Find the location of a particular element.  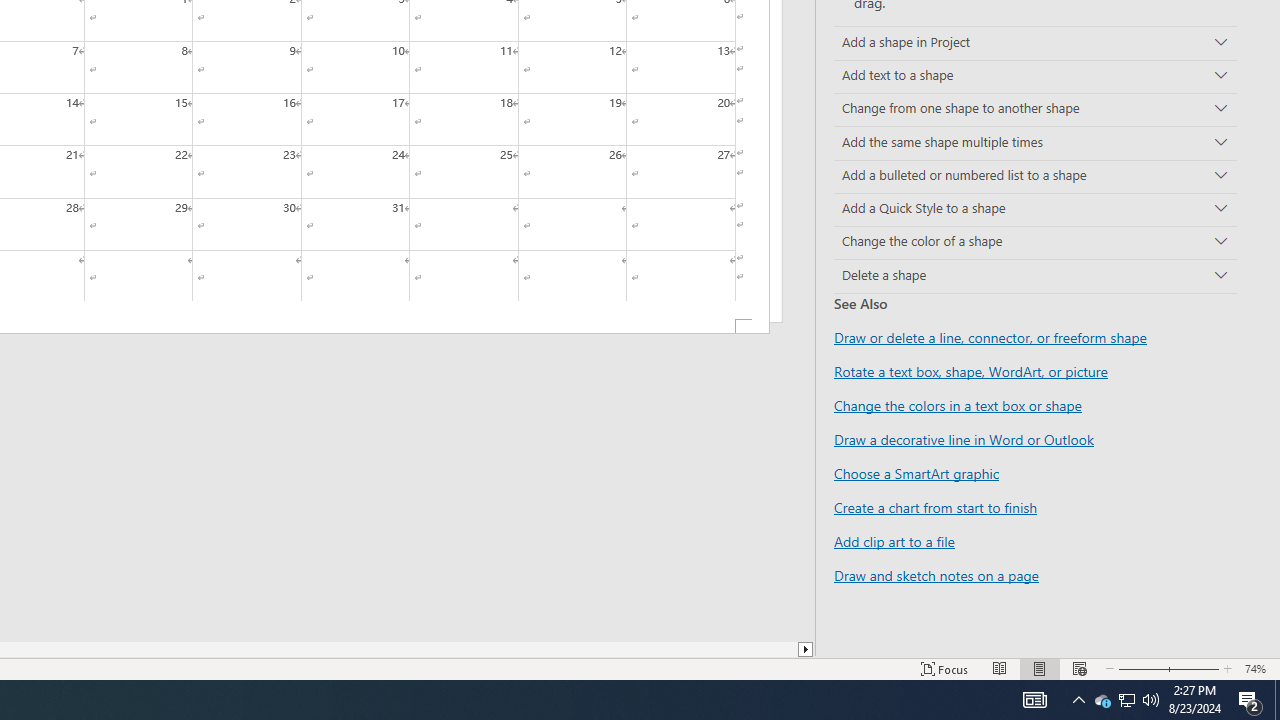

'Focus ' is located at coordinates (943, 669).